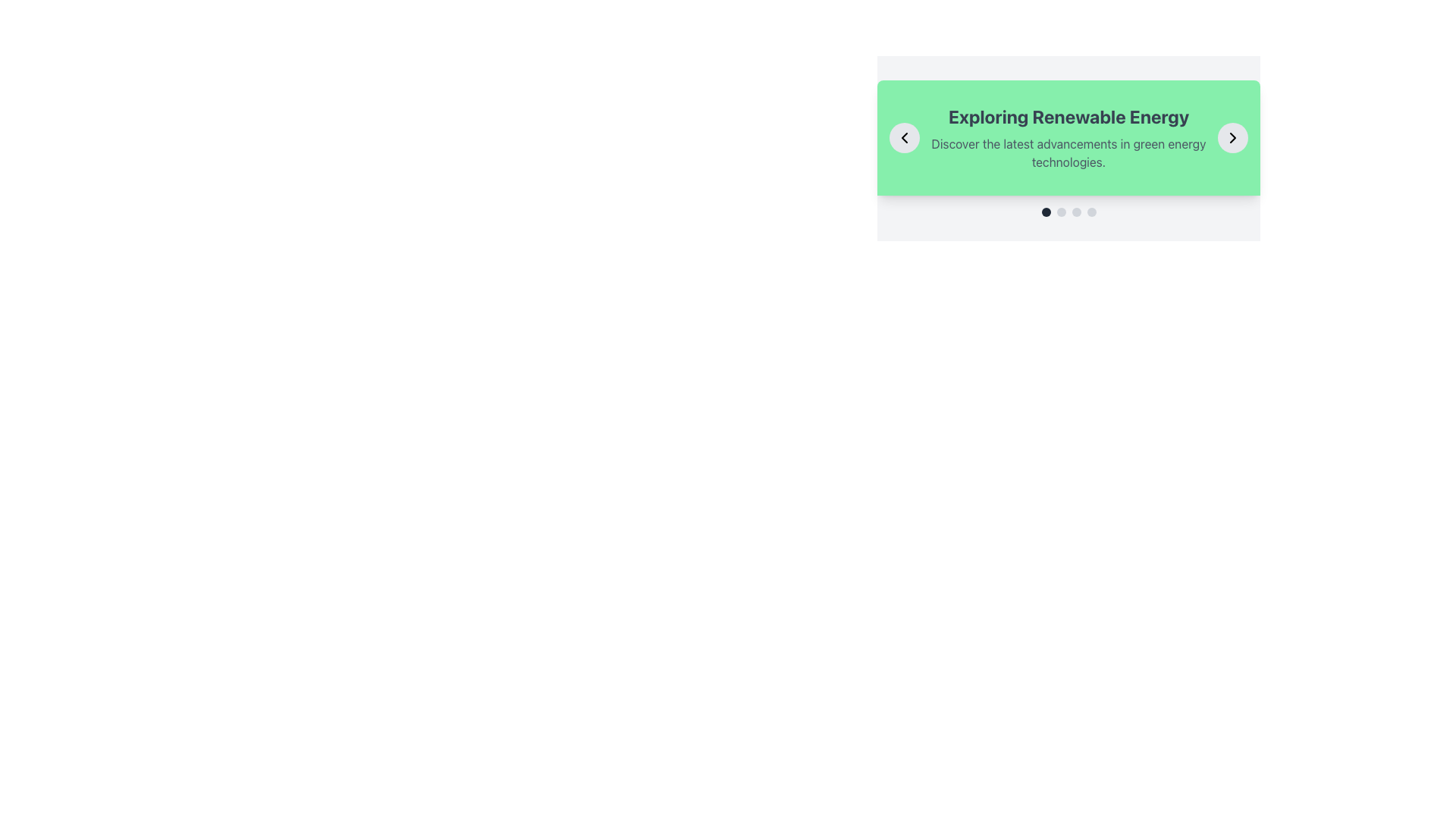  Describe the element at coordinates (905, 137) in the screenshot. I see `the left navigation button on the card with a green background labeled 'Exploring Renewable Energy'` at that location.